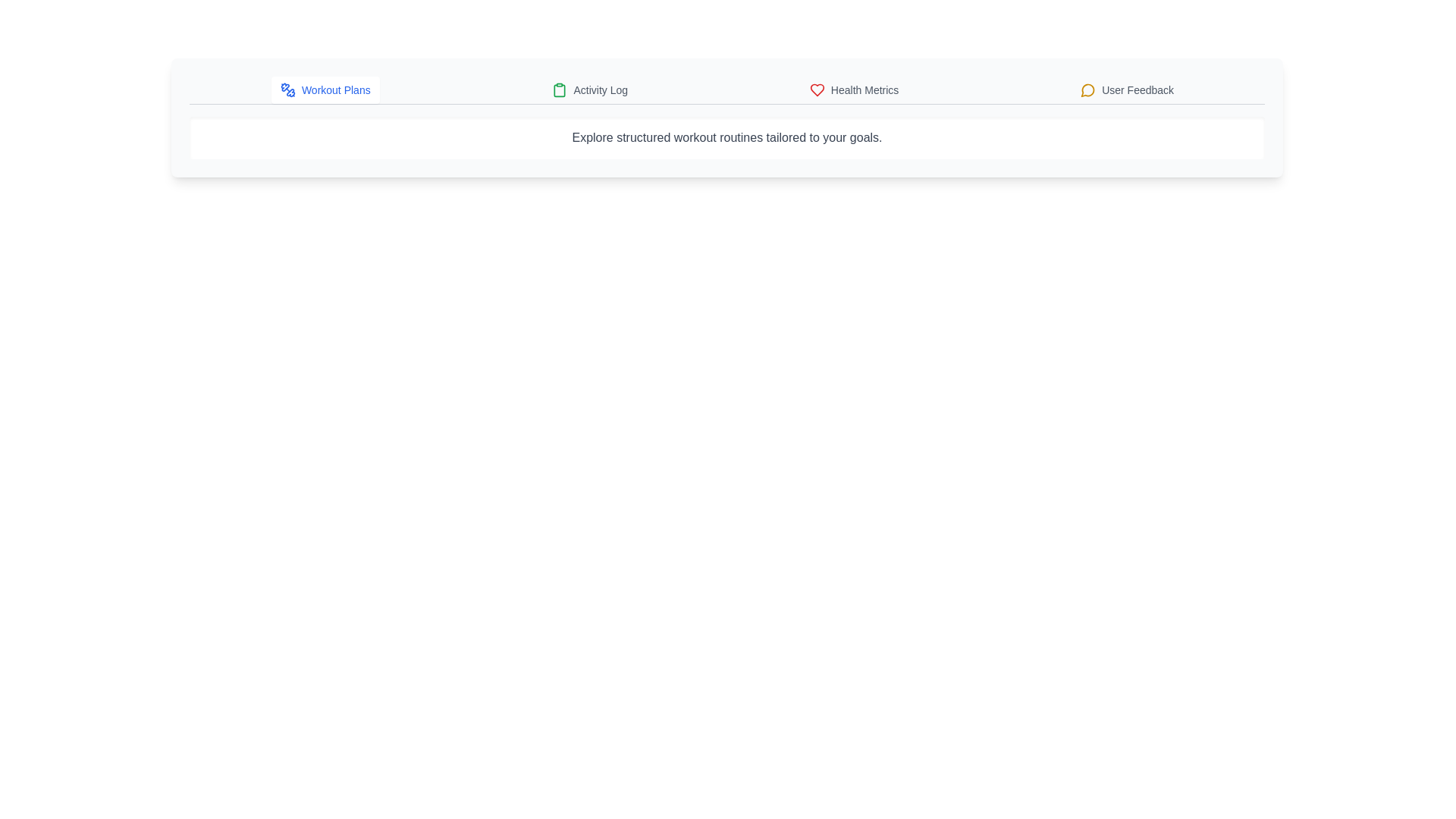  I want to click on the dumbbell icon, which is a blue SVG graphic located to the left of the 'Workout Plans' button, so click(287, 90).